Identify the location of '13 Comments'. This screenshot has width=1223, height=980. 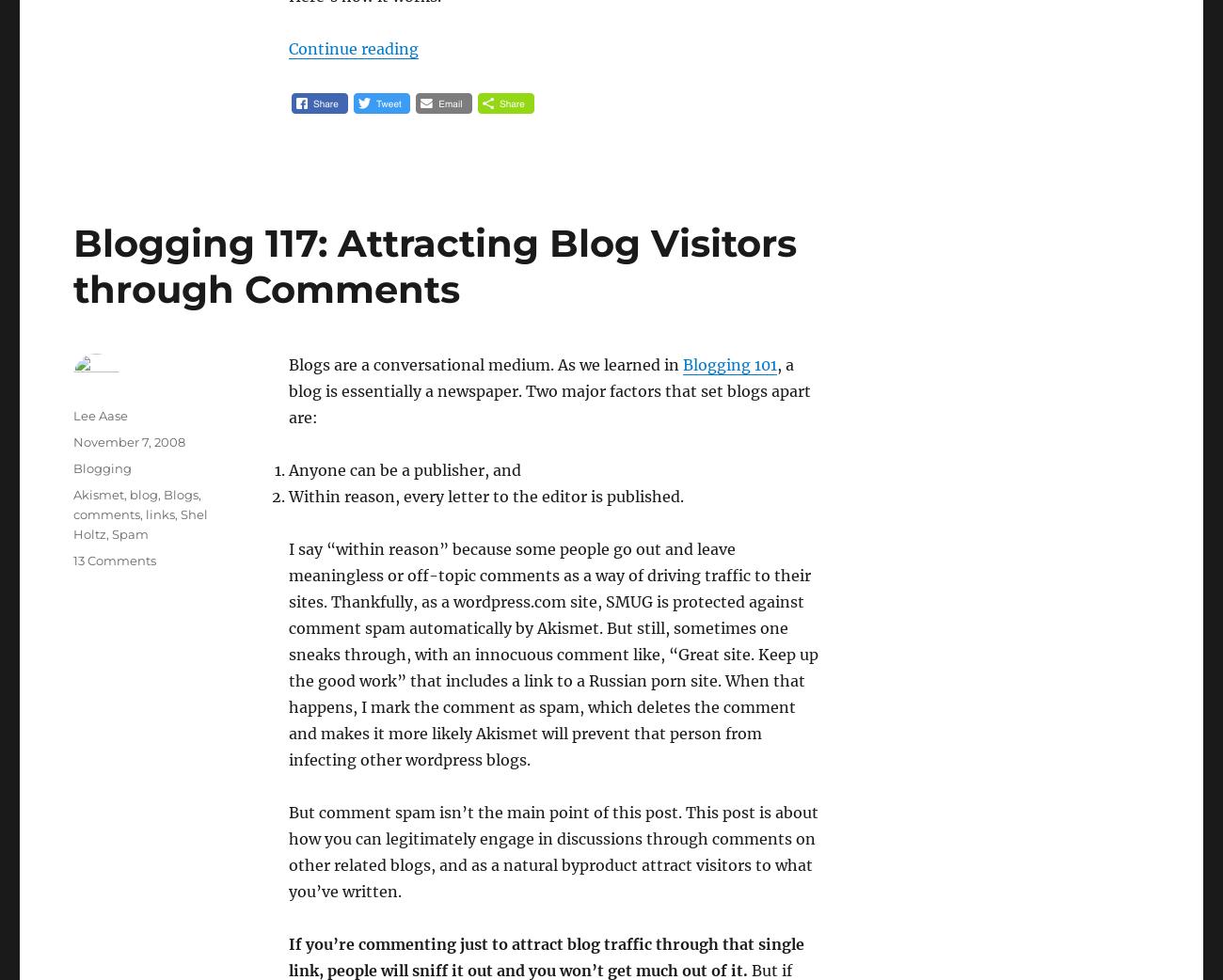
(113, 560).